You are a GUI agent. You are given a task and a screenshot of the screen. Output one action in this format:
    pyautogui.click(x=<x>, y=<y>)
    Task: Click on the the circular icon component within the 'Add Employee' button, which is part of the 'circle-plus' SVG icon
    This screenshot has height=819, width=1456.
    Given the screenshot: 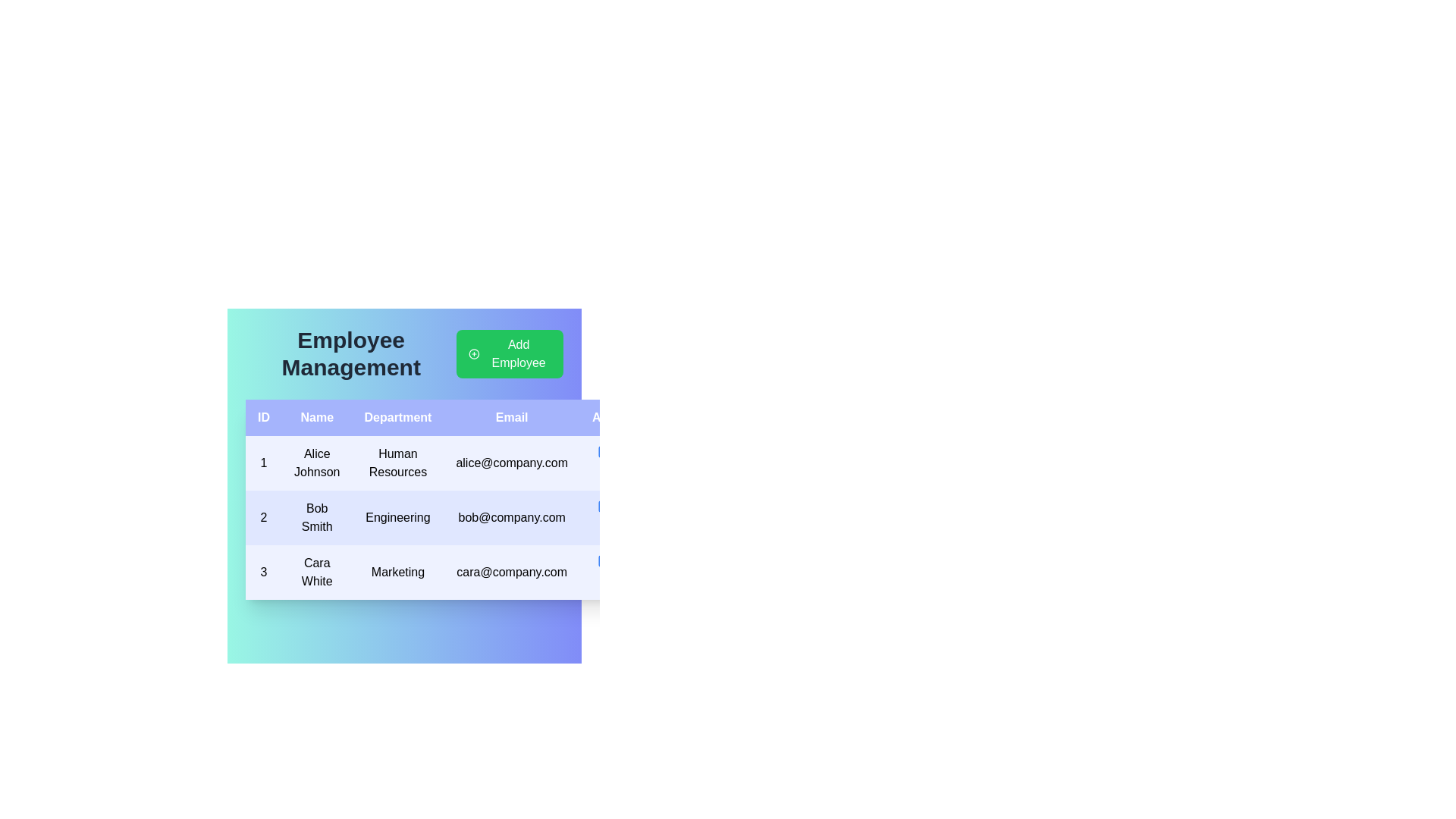 What is the action you would take?
    pyautogui.click(x=473, y=353)
    